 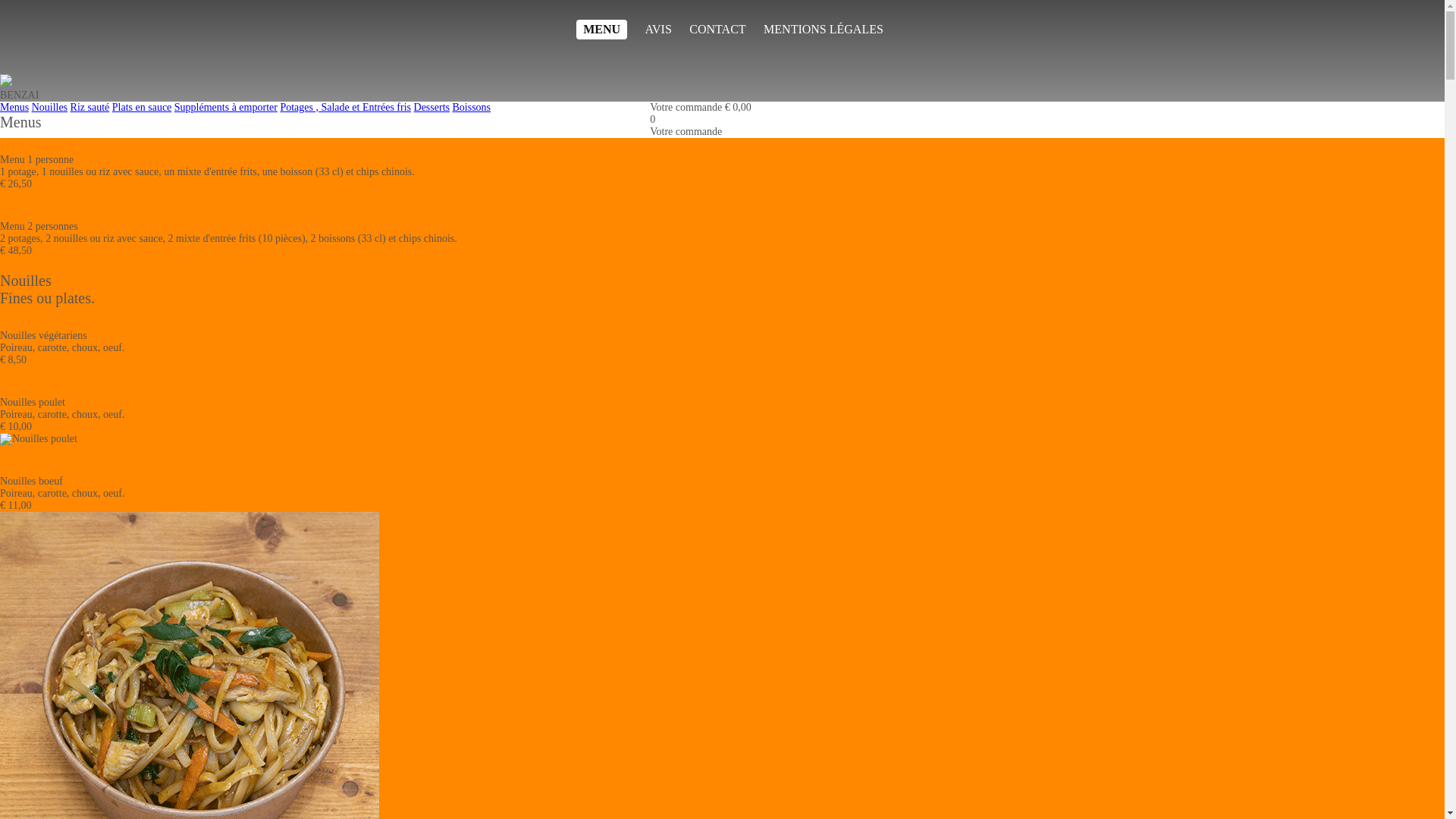 I want to click on 'Plats en sauce', so click(x=142, y=106).